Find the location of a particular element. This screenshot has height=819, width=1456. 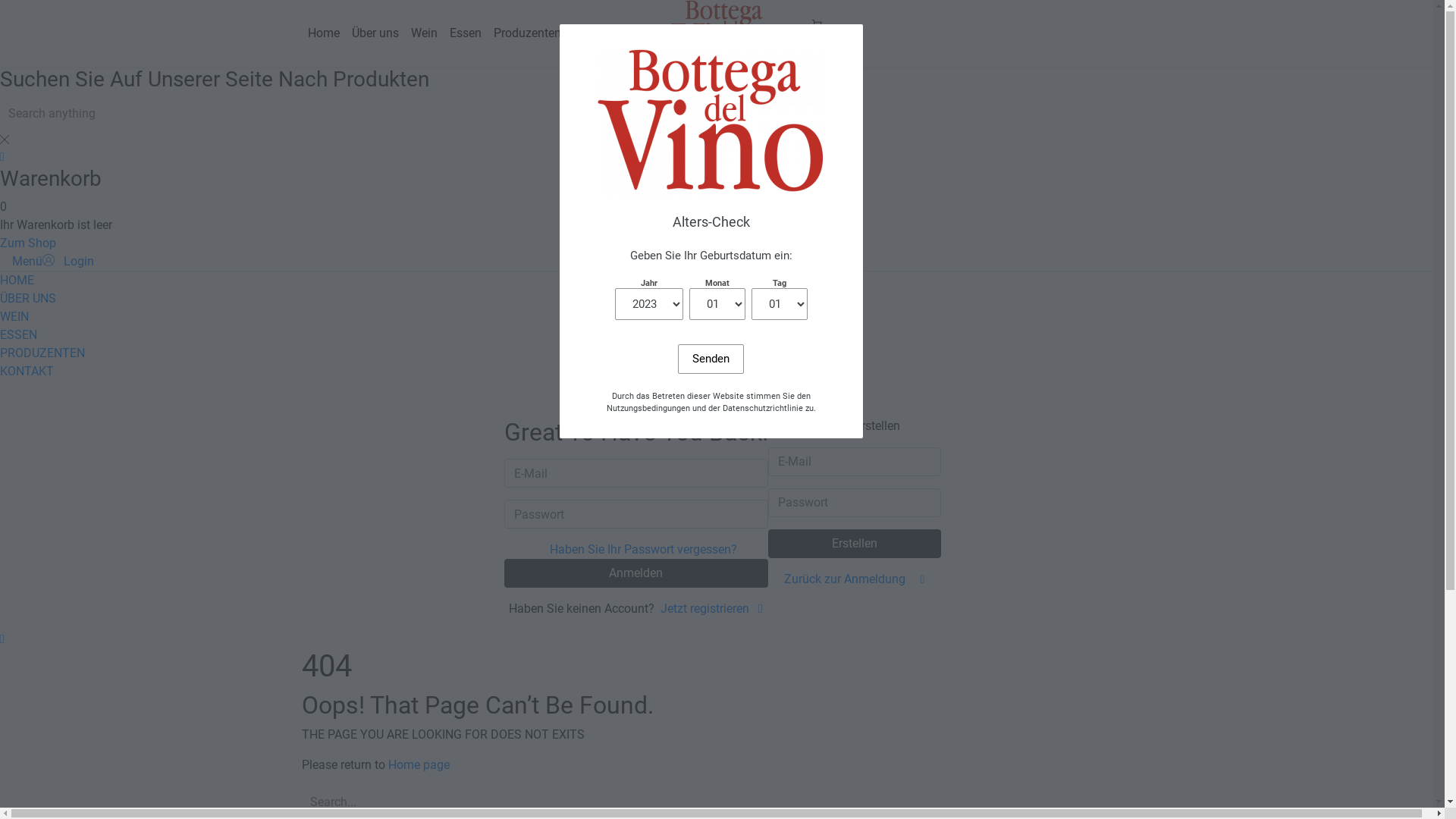

'WEIN' is located at coordinates (14, 315).